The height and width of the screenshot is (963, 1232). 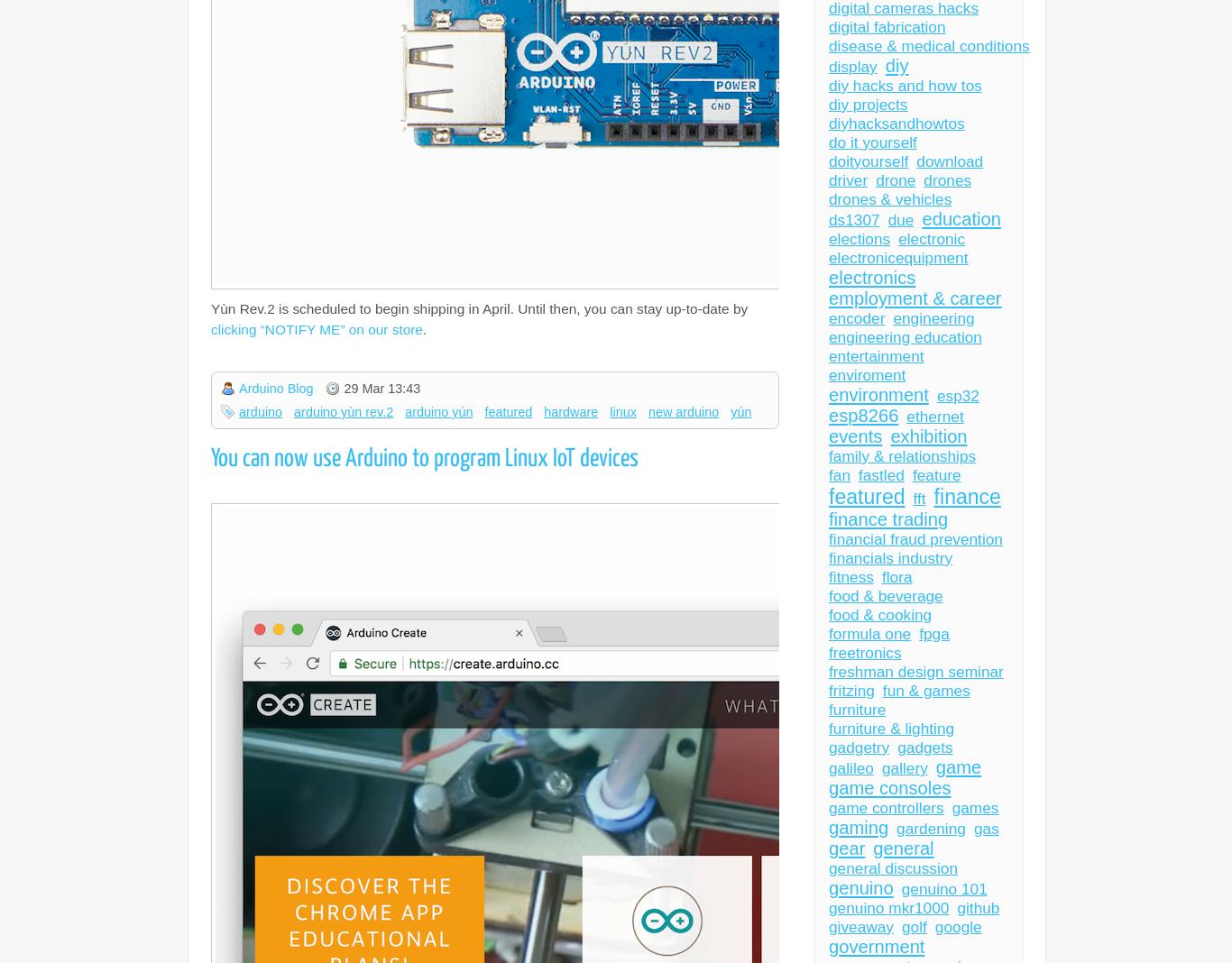 What do you see at coordinates (984, 828) in the screenshot?
I see `'gas'` at bounding box center [984, 828].